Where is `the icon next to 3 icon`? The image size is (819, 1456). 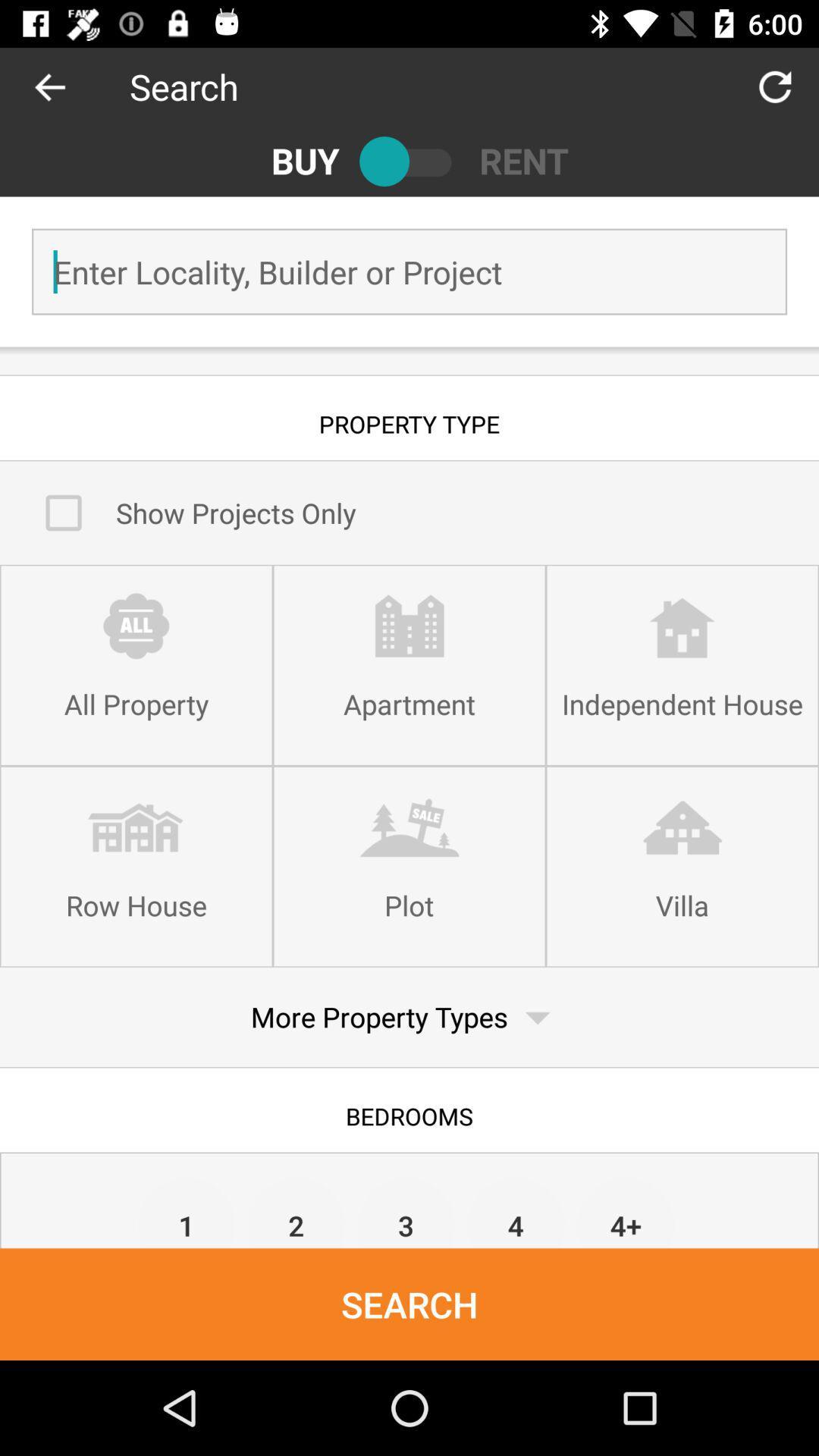 the icon next to 3 icon is located at coordinates (297, 1211).